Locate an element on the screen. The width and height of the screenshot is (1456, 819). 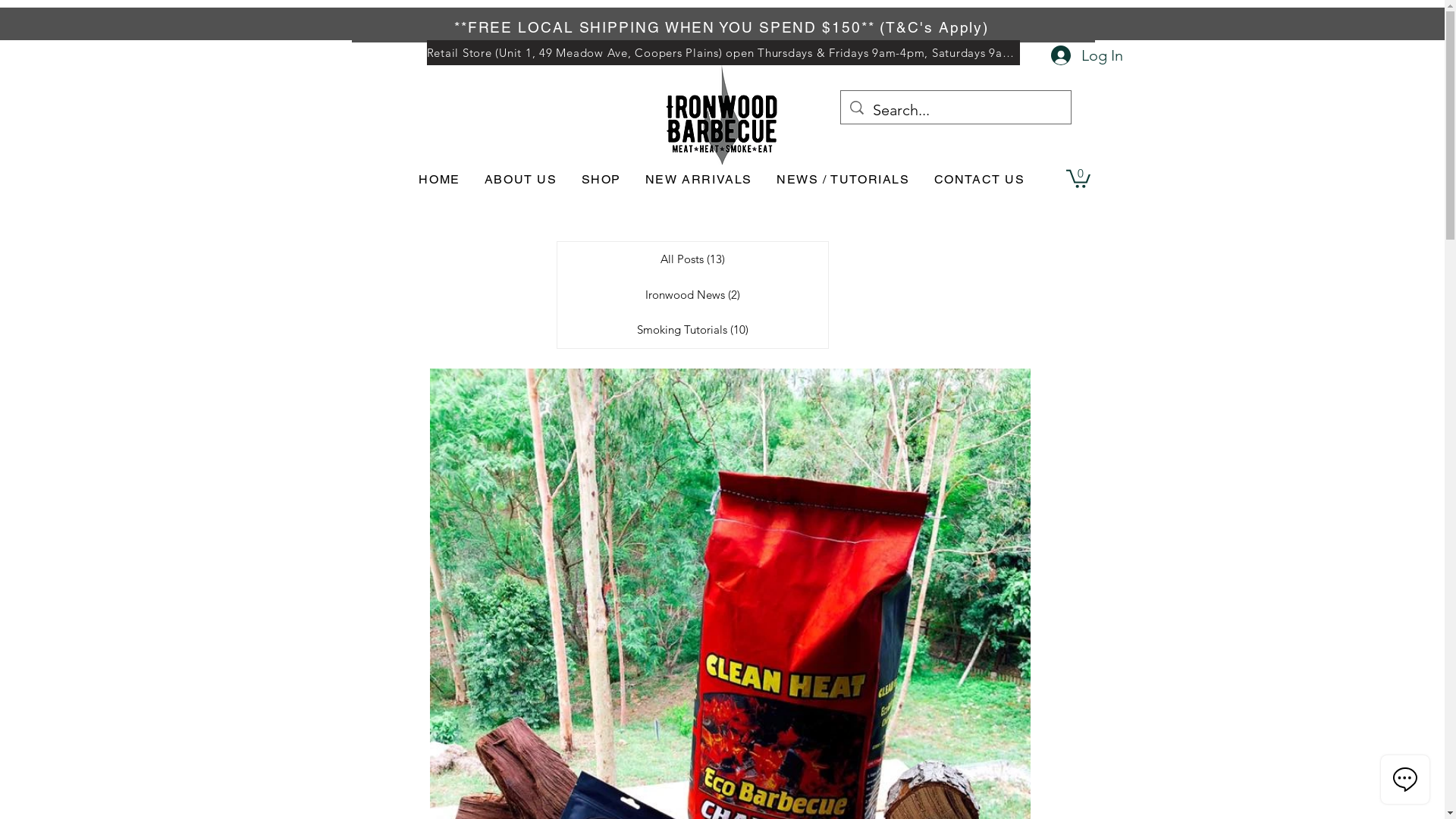
'Ironwood News (2)' is located at coordinates (691, 295).